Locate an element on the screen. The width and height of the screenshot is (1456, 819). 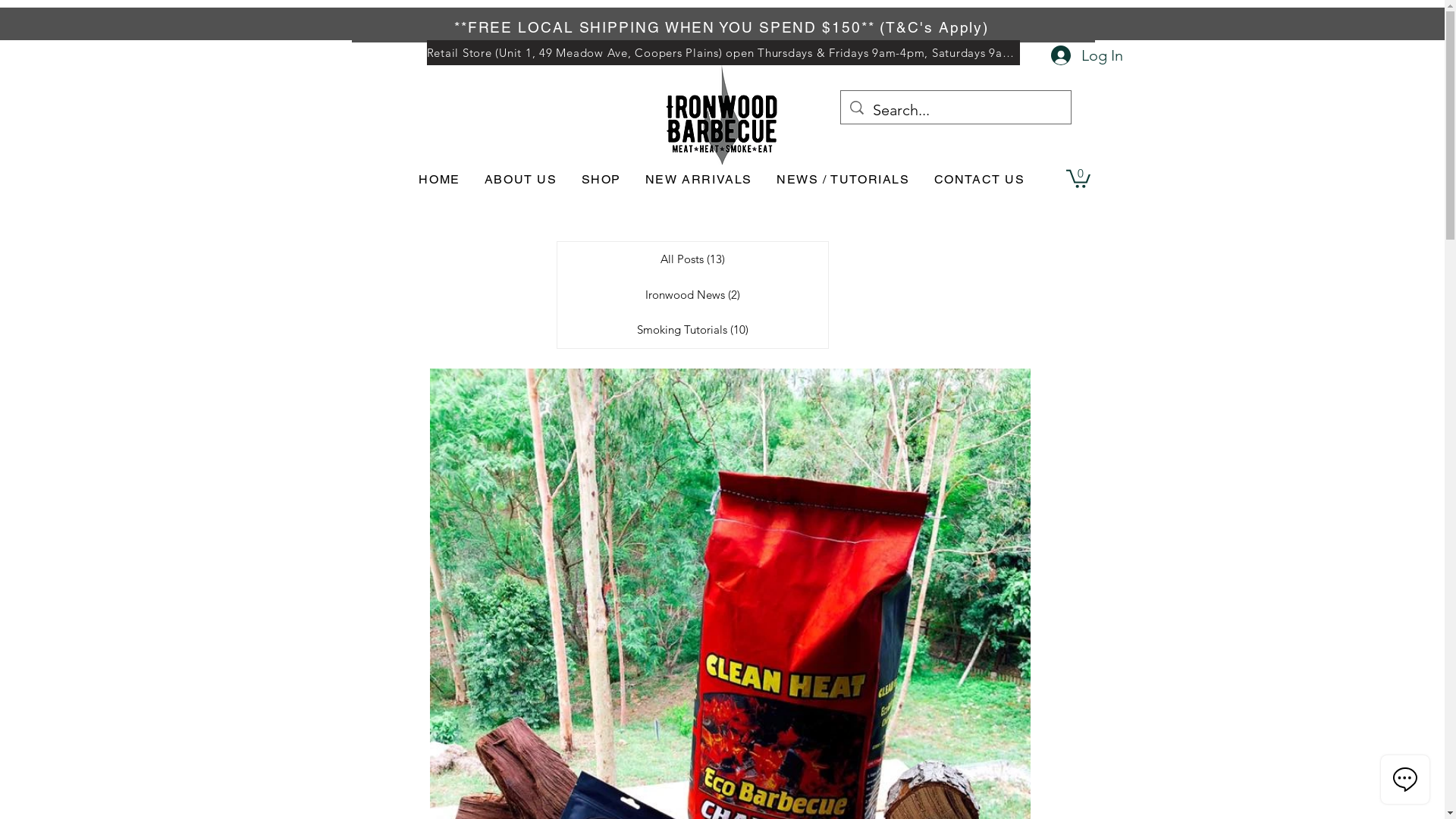
'Ironwood News (2)' is located at coordinates (691, 295).